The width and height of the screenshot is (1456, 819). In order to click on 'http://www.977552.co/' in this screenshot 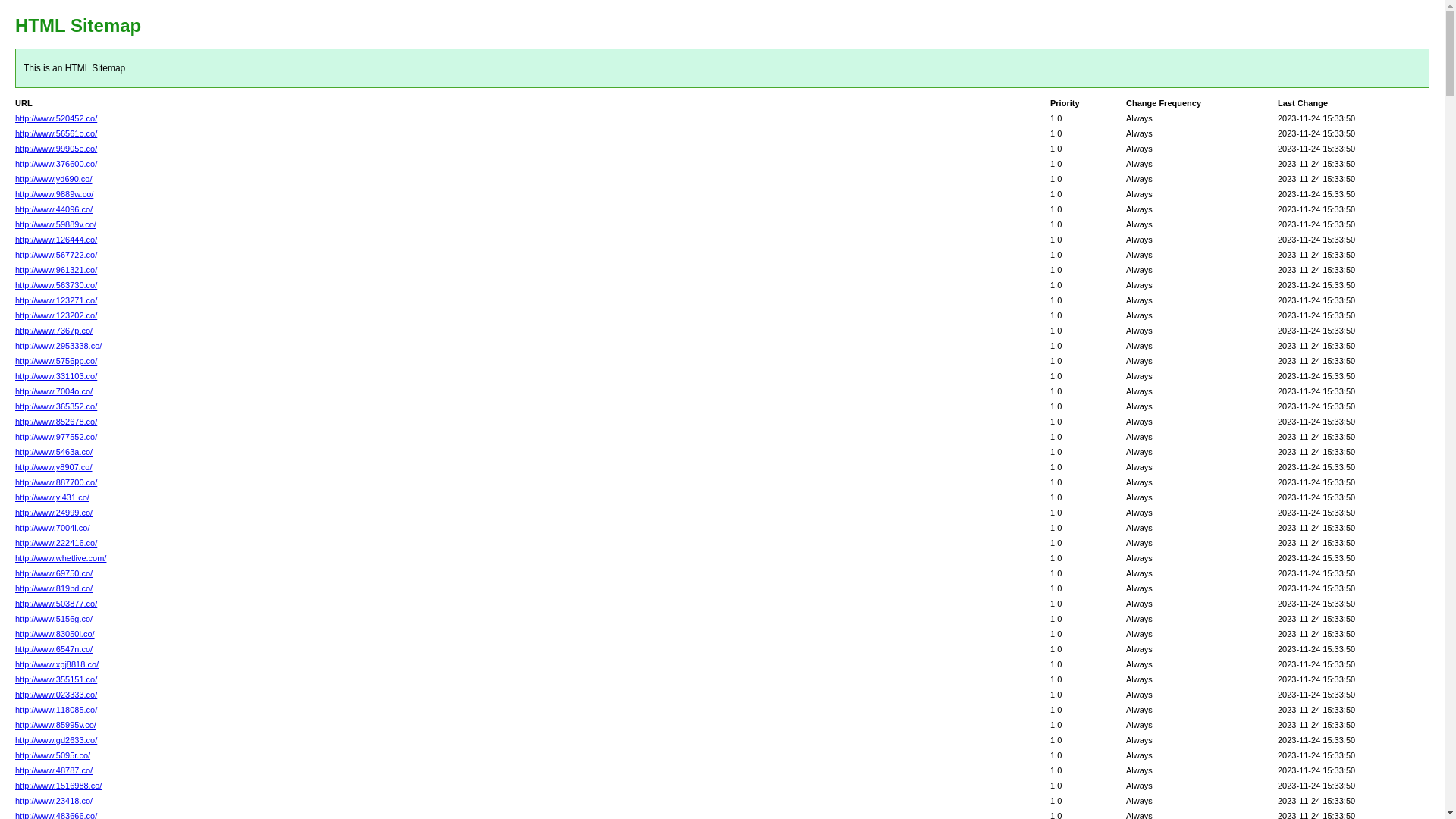, I will do `click(14, 436)`.